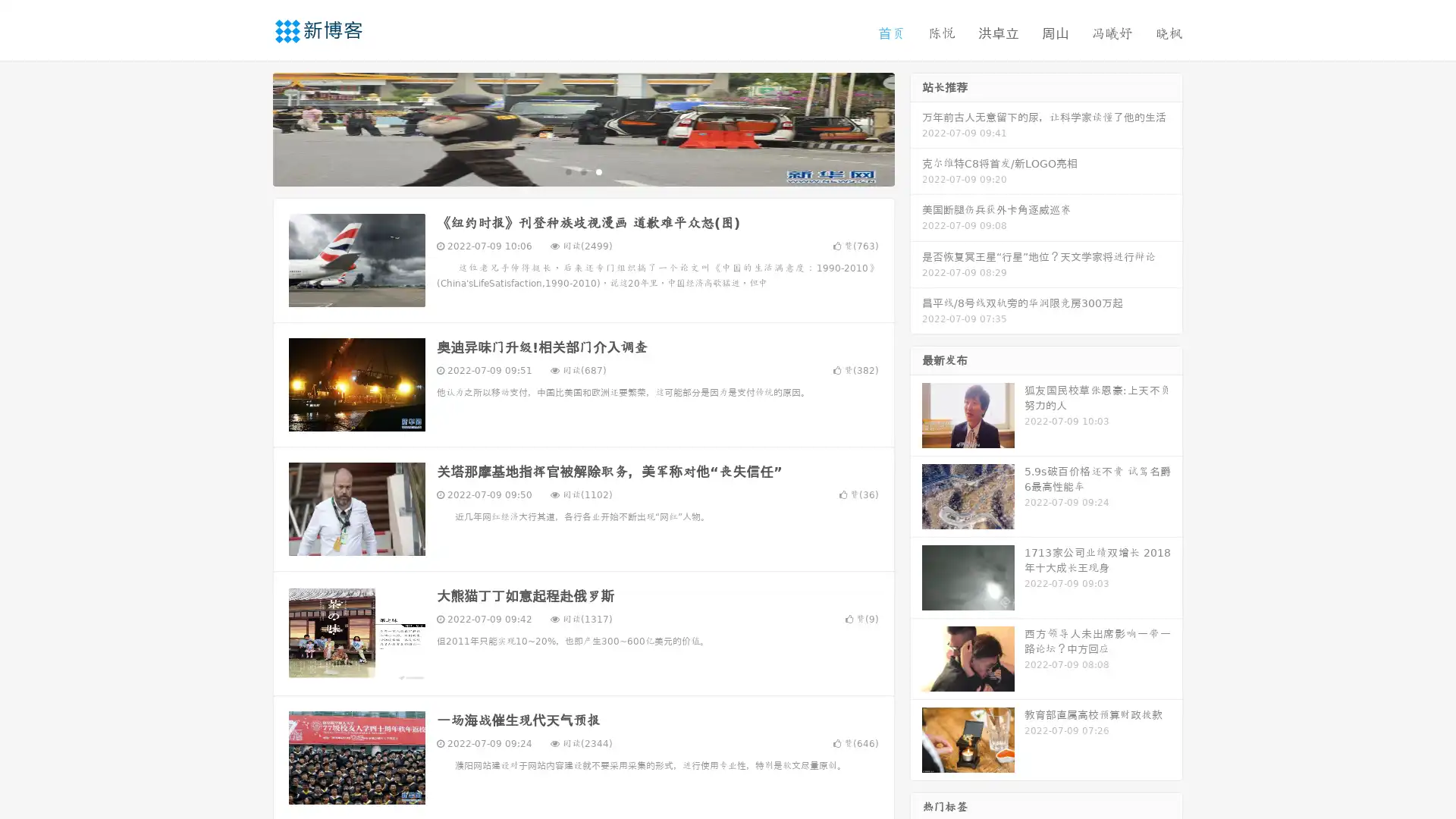  I want to click on Go to slide 1, so click(567, 171).